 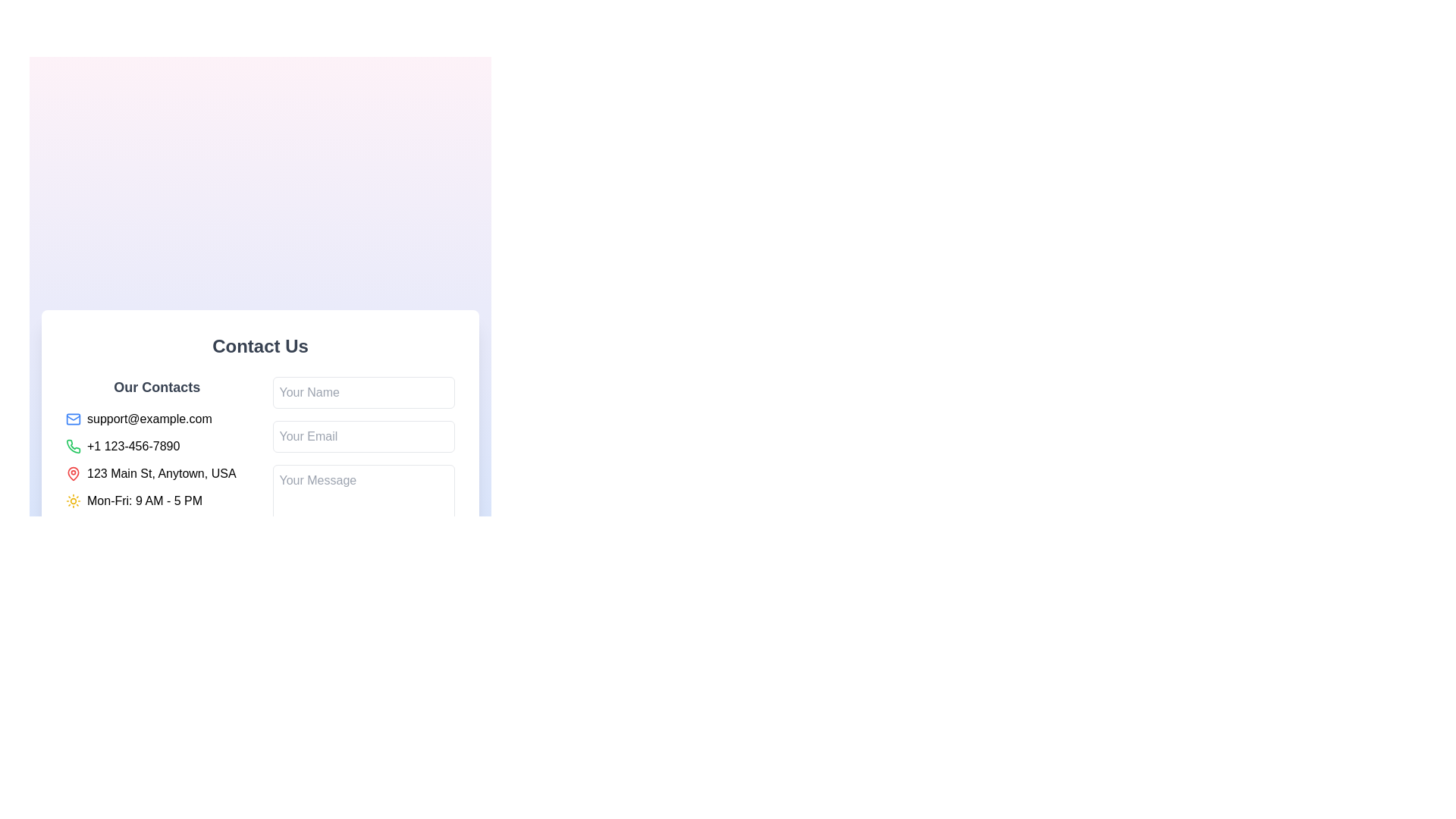 What do you see at coordinates (157, 445) in the screenshot?
I see `the static text element that represents contact information, which includes a phone icon and is the second item in a vertical list of contact details, located below the email address` at bounding box center [157, 445].